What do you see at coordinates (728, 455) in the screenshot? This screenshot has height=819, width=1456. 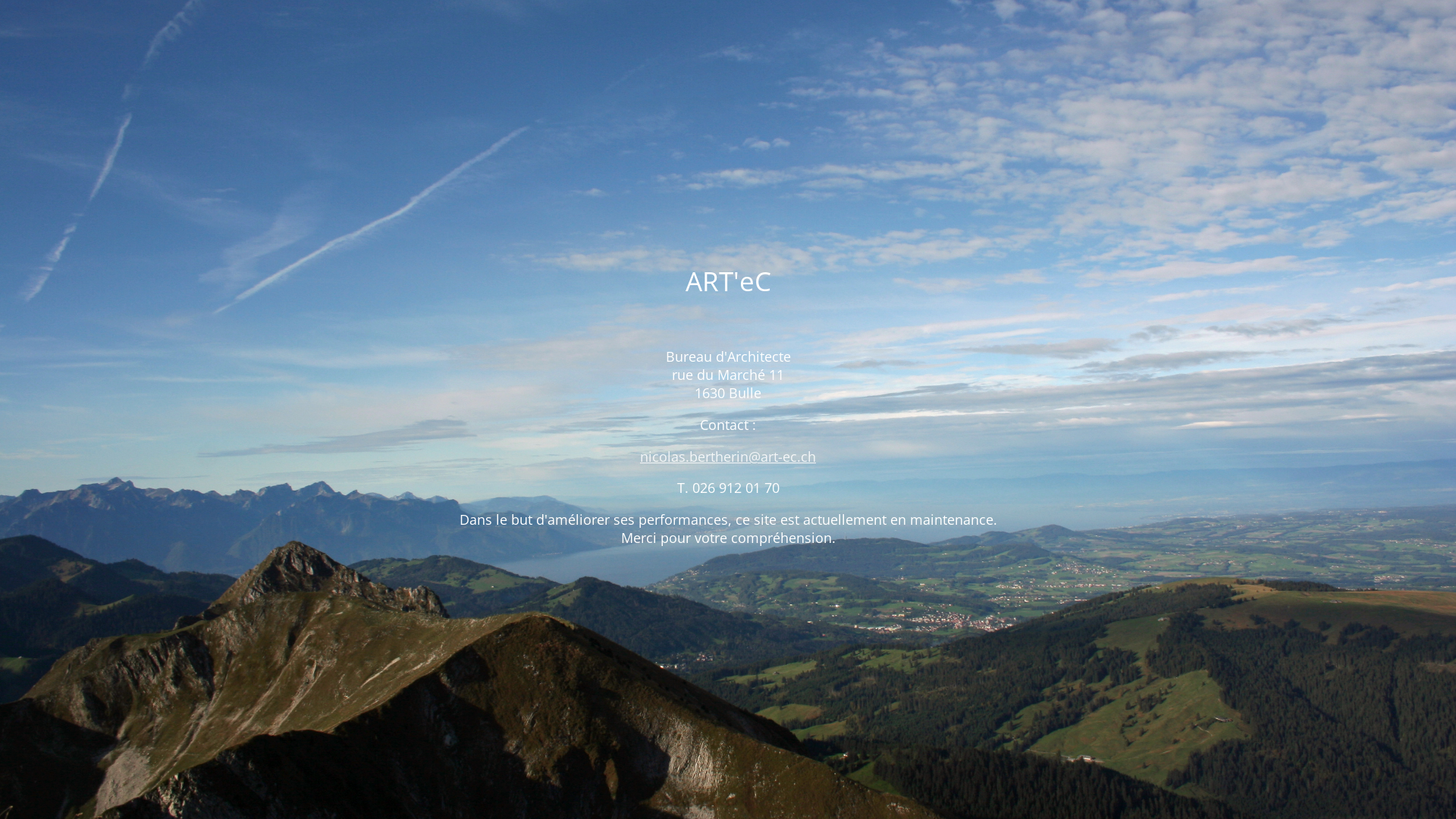 I see `'nicolas.bertherin@art-ec.ch'` at bounding box center [728, 455].